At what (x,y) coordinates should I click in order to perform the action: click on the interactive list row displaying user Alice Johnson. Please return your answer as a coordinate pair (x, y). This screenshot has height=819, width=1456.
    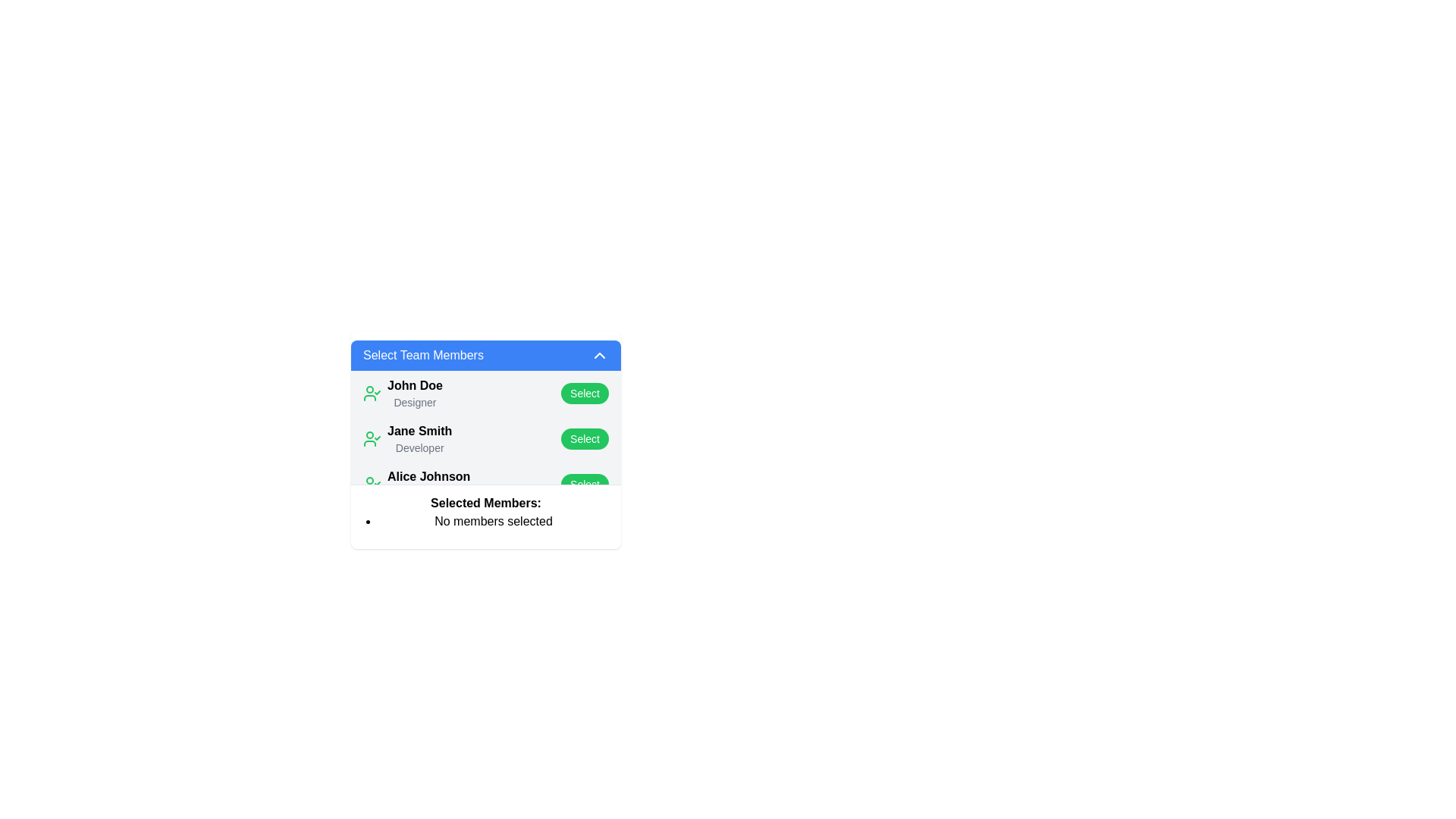
    Looking at the image, I should click on (486, 485).